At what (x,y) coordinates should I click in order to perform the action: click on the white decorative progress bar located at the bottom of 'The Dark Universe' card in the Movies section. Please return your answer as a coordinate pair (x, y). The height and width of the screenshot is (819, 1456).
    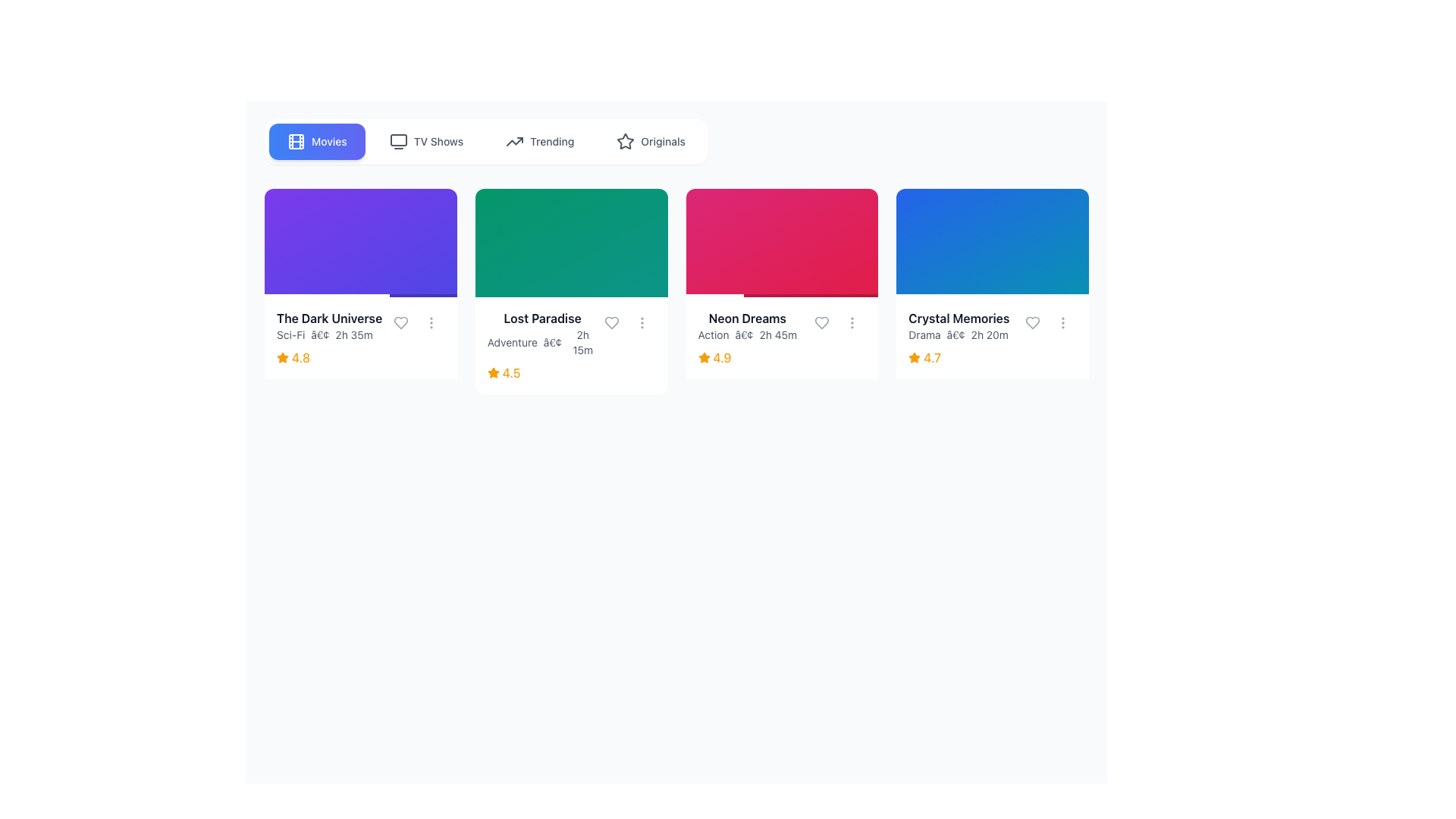
    Looking at the image, I should click on (326, 295).